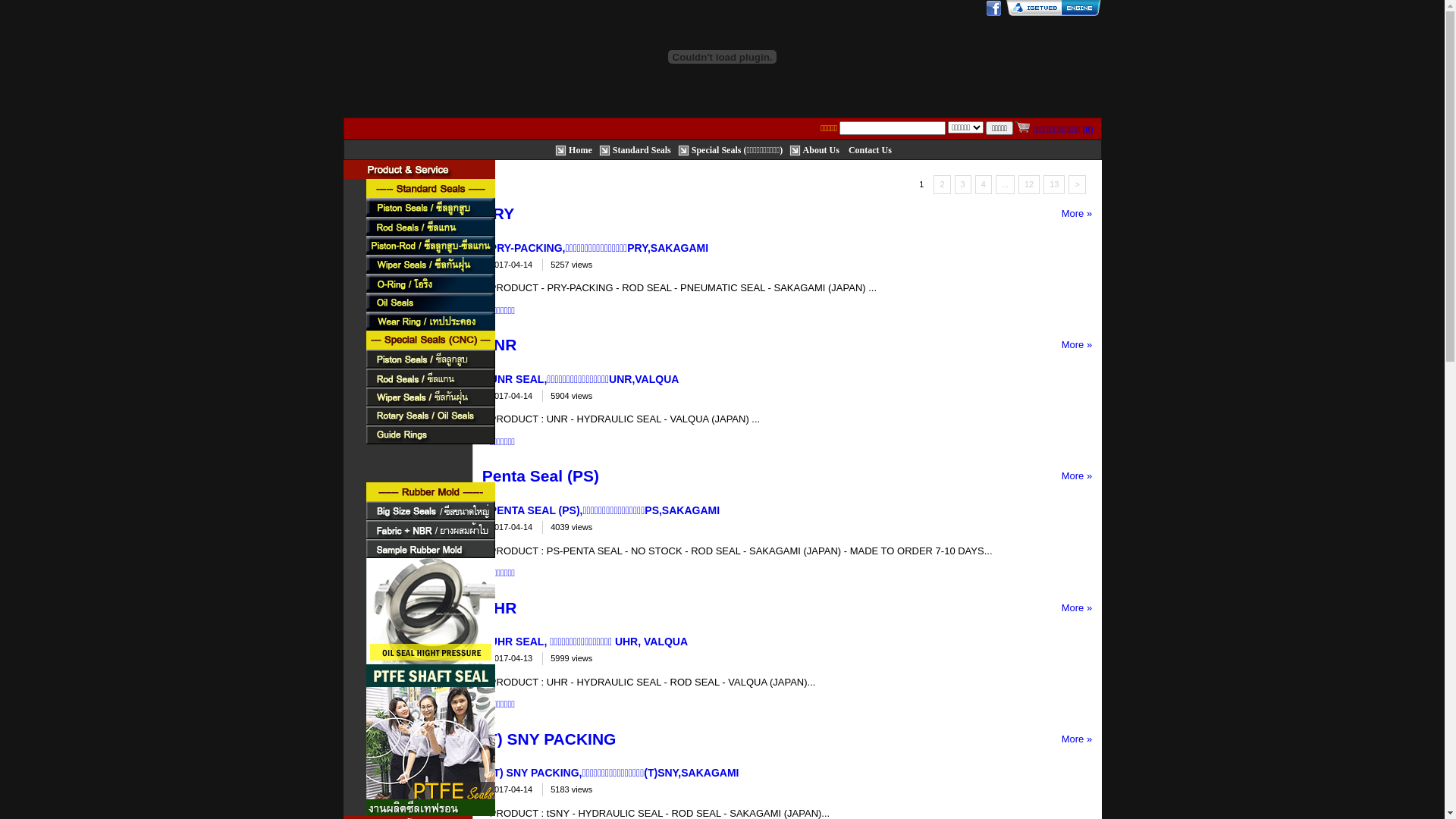 The height and width of the screenshot is (819, 1456). I want to click on '2', so click(941, 184).